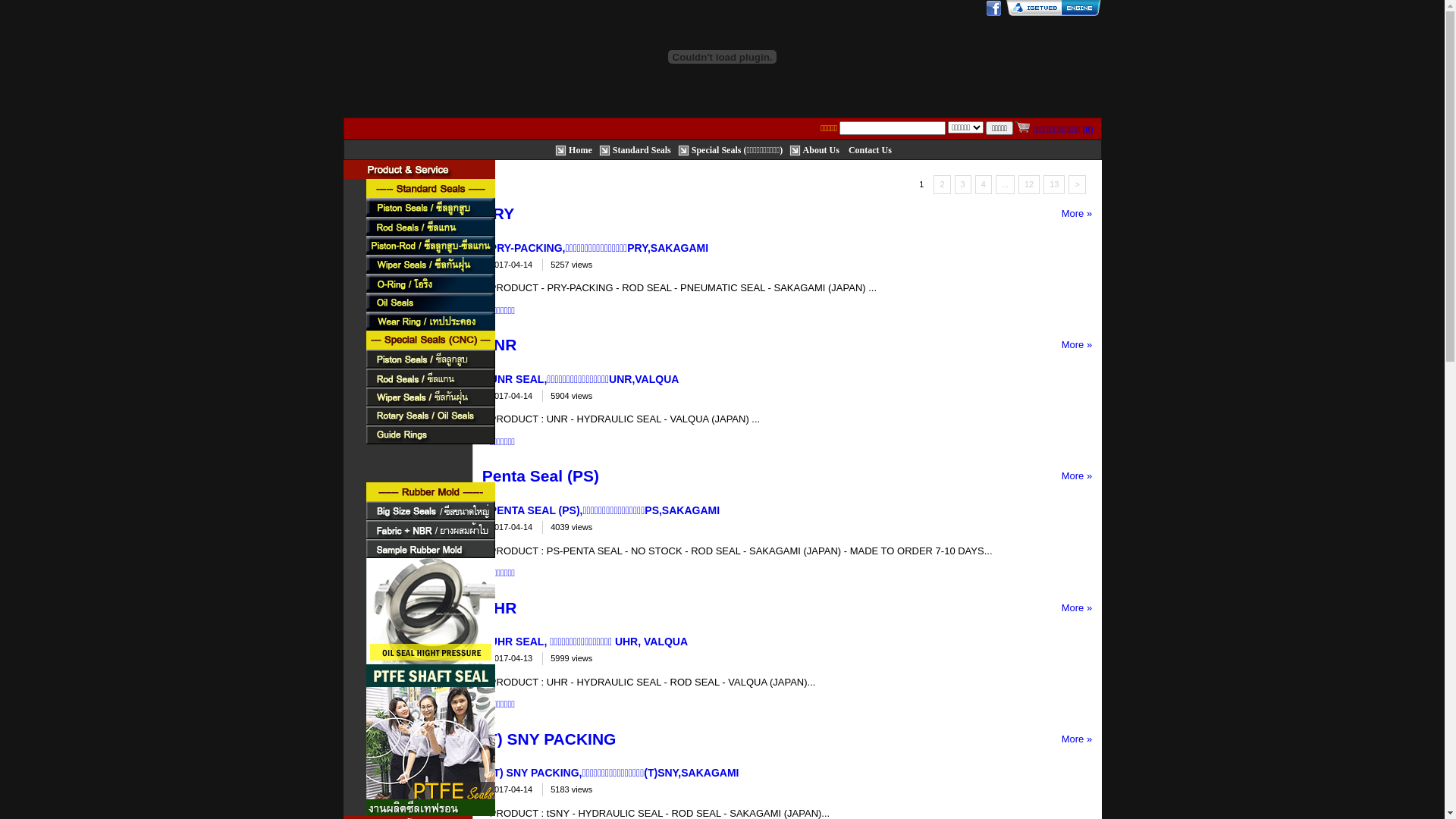 The height and width of the screenshot is (819, 1456). I want to click on '2', so click(941, 184).